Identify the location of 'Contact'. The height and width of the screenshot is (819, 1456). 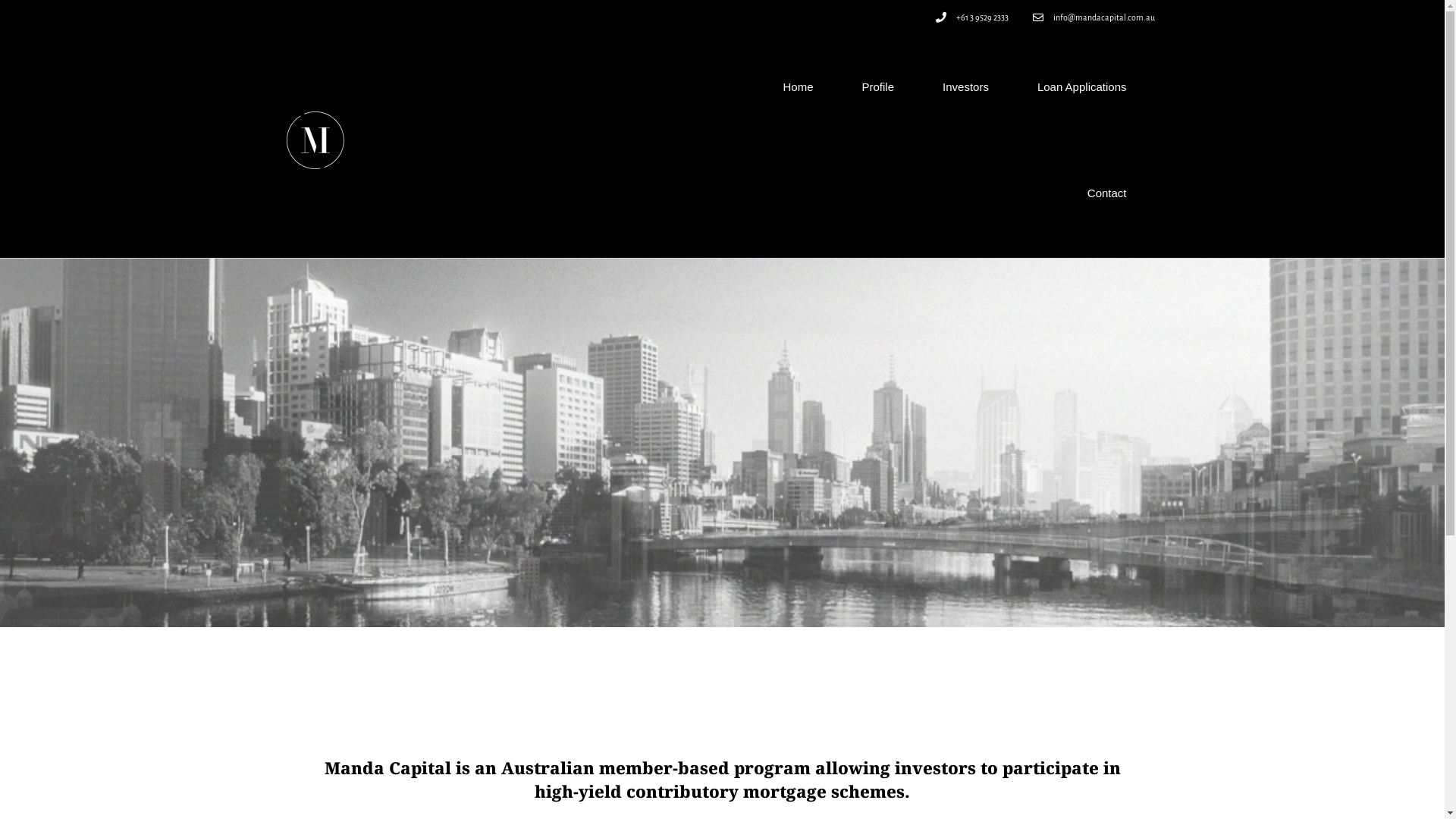
(1062, 192).